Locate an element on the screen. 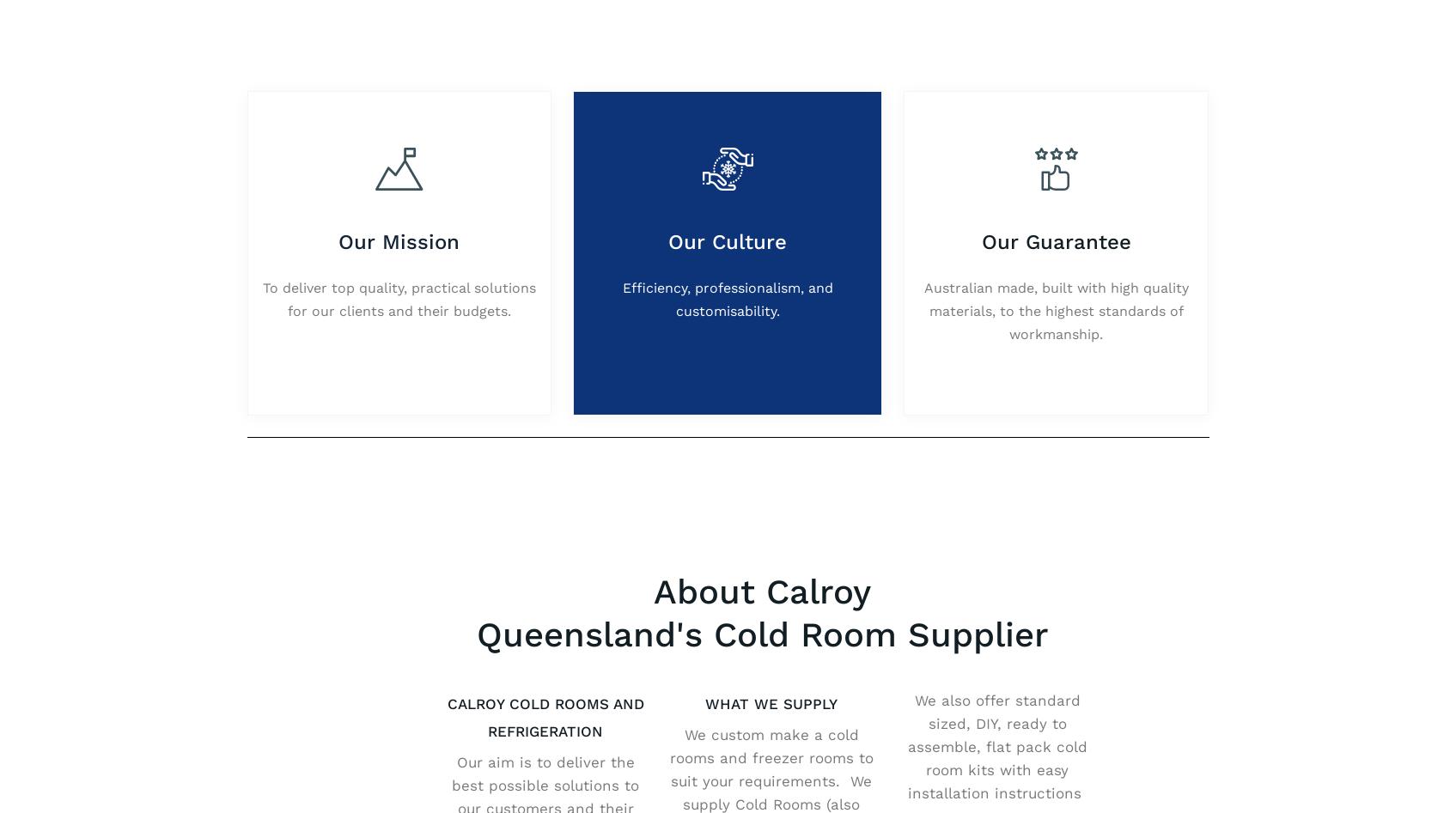 This screenshot has height=813, width=1456. 'Our Mission' is located at coordinates (338, 240).